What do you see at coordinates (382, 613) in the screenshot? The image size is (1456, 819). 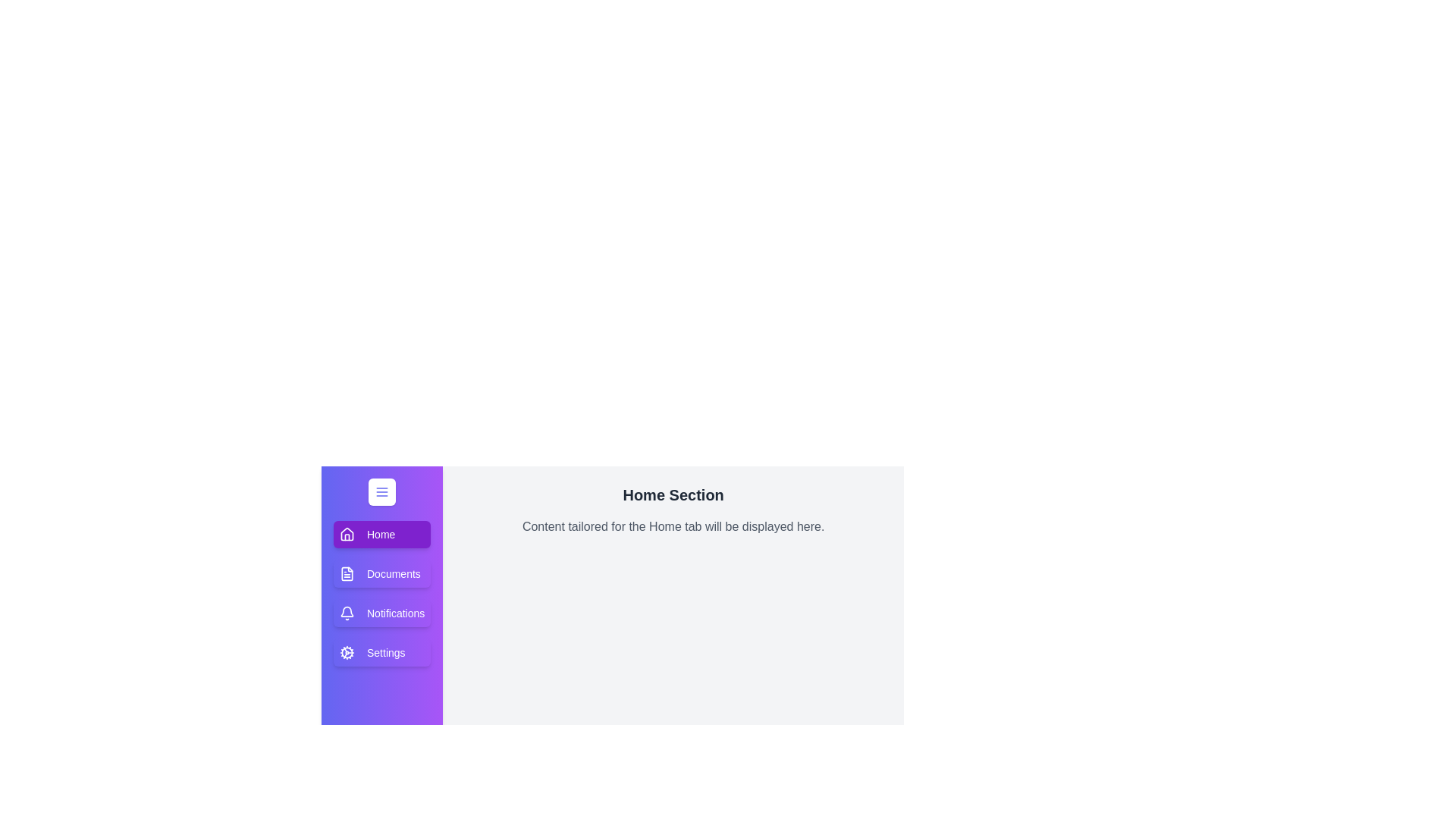 I see `the tab labeled Notifications` at bounding box center [382, 613].